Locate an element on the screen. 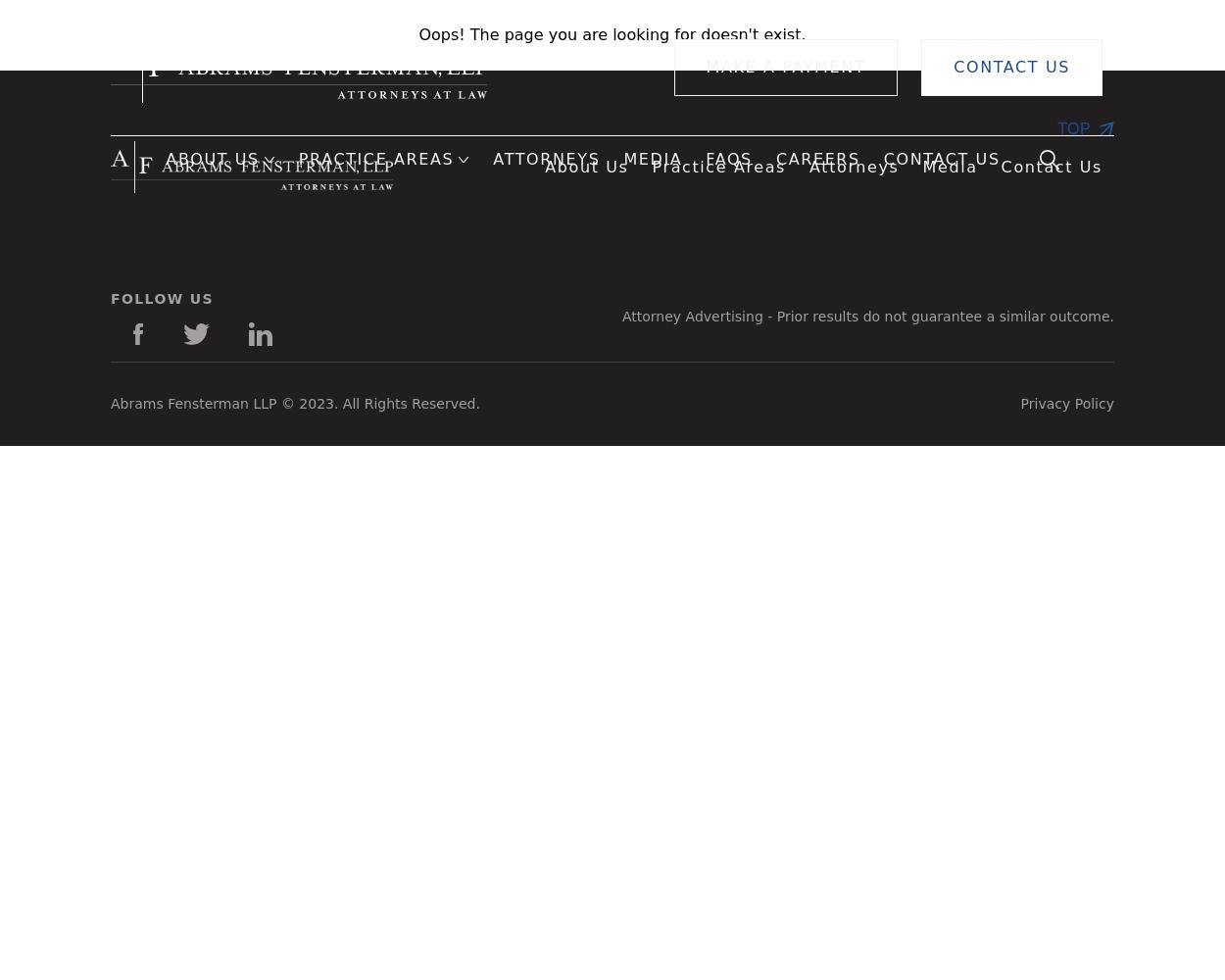 The image size is (1225, 980). 'Our History' is located at coordinates (73, 262).